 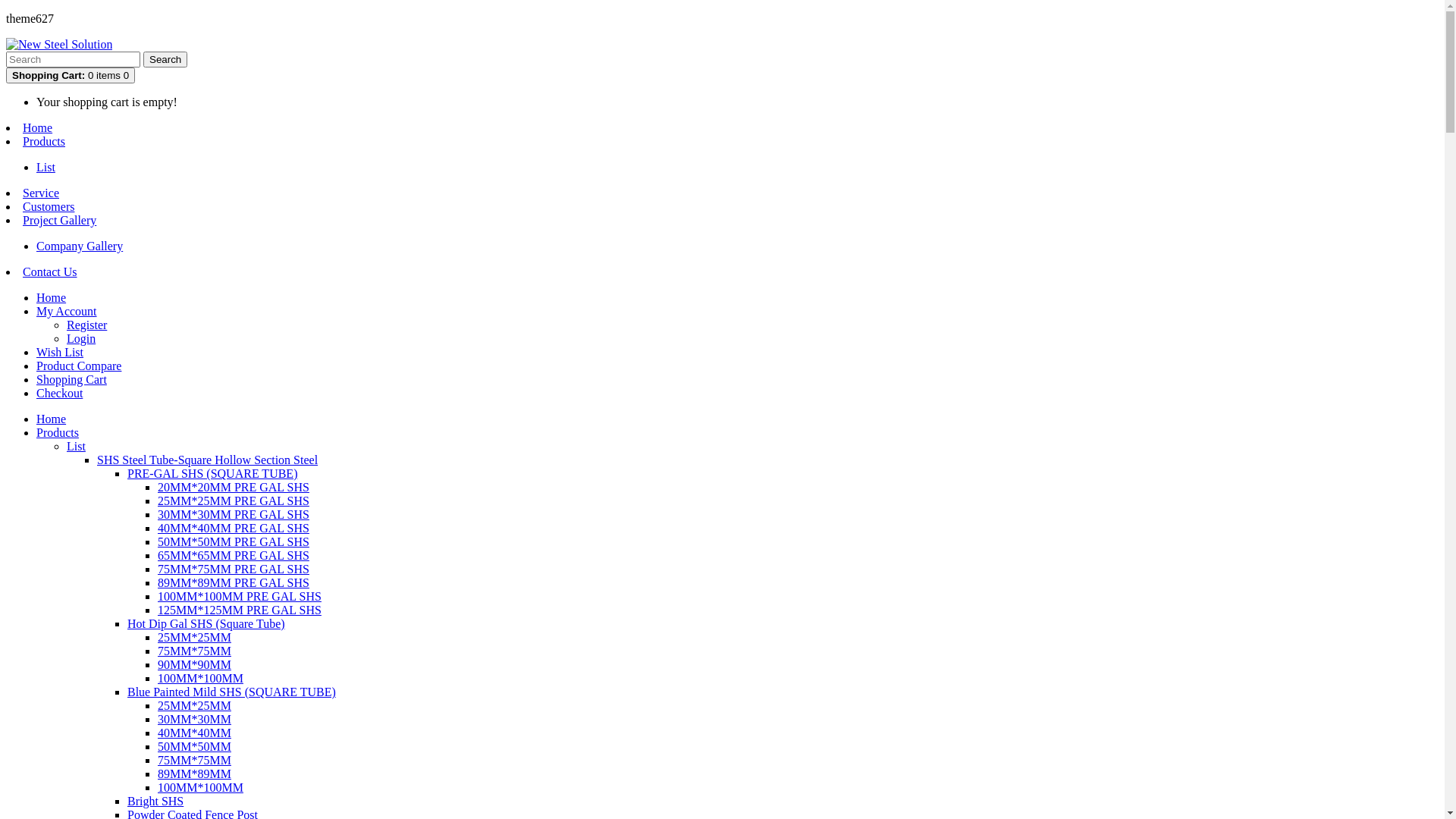 I want to click on 'Service', so click(x=22, y=192).